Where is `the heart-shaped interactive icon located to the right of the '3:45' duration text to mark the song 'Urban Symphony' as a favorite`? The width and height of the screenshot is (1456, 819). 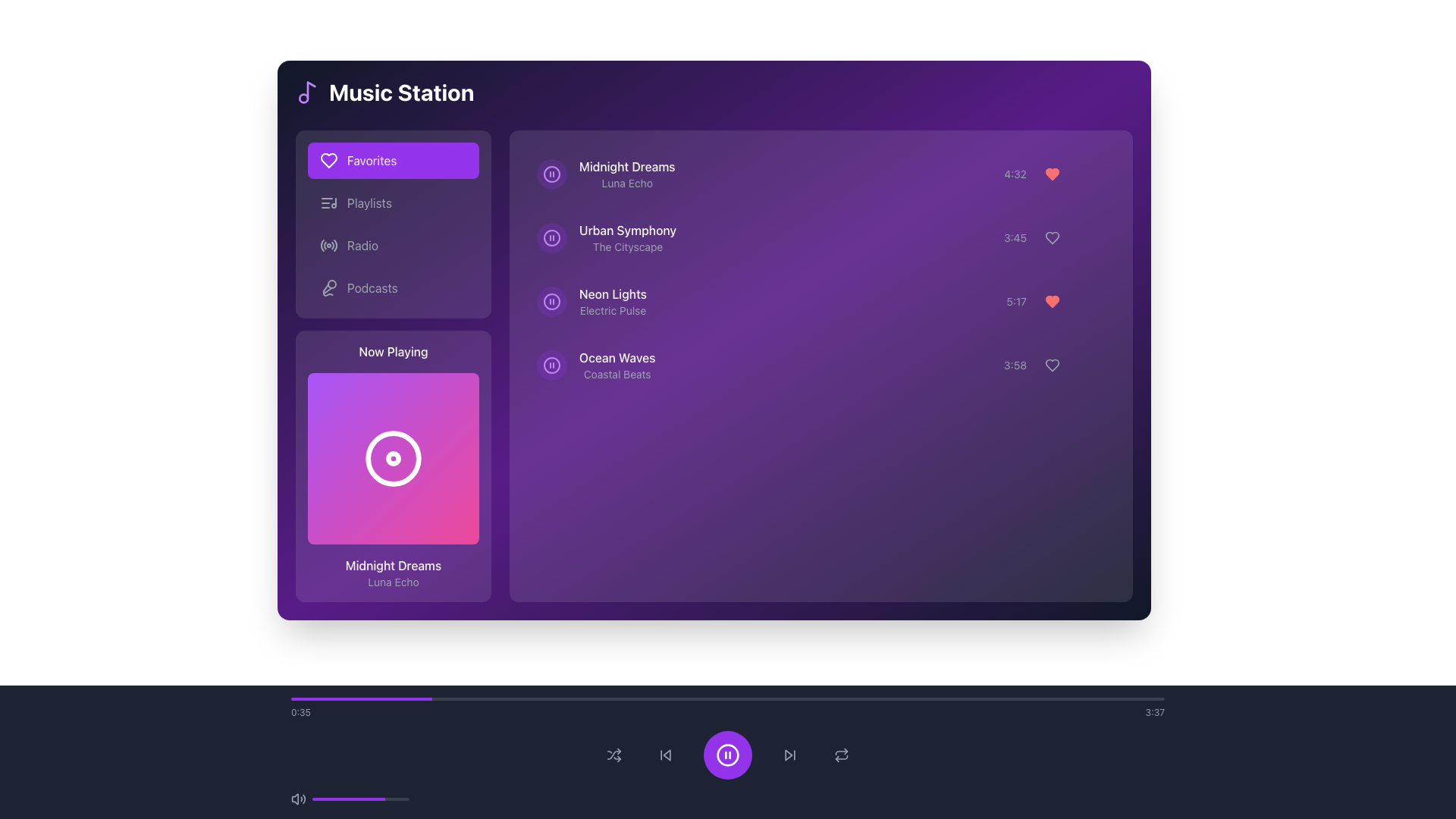 the heart-shaped interactive icon located to the right of the '3:45' duration text to mark the song 'Urban Symphony' as a favorite is located at coordinates (1054, 237).